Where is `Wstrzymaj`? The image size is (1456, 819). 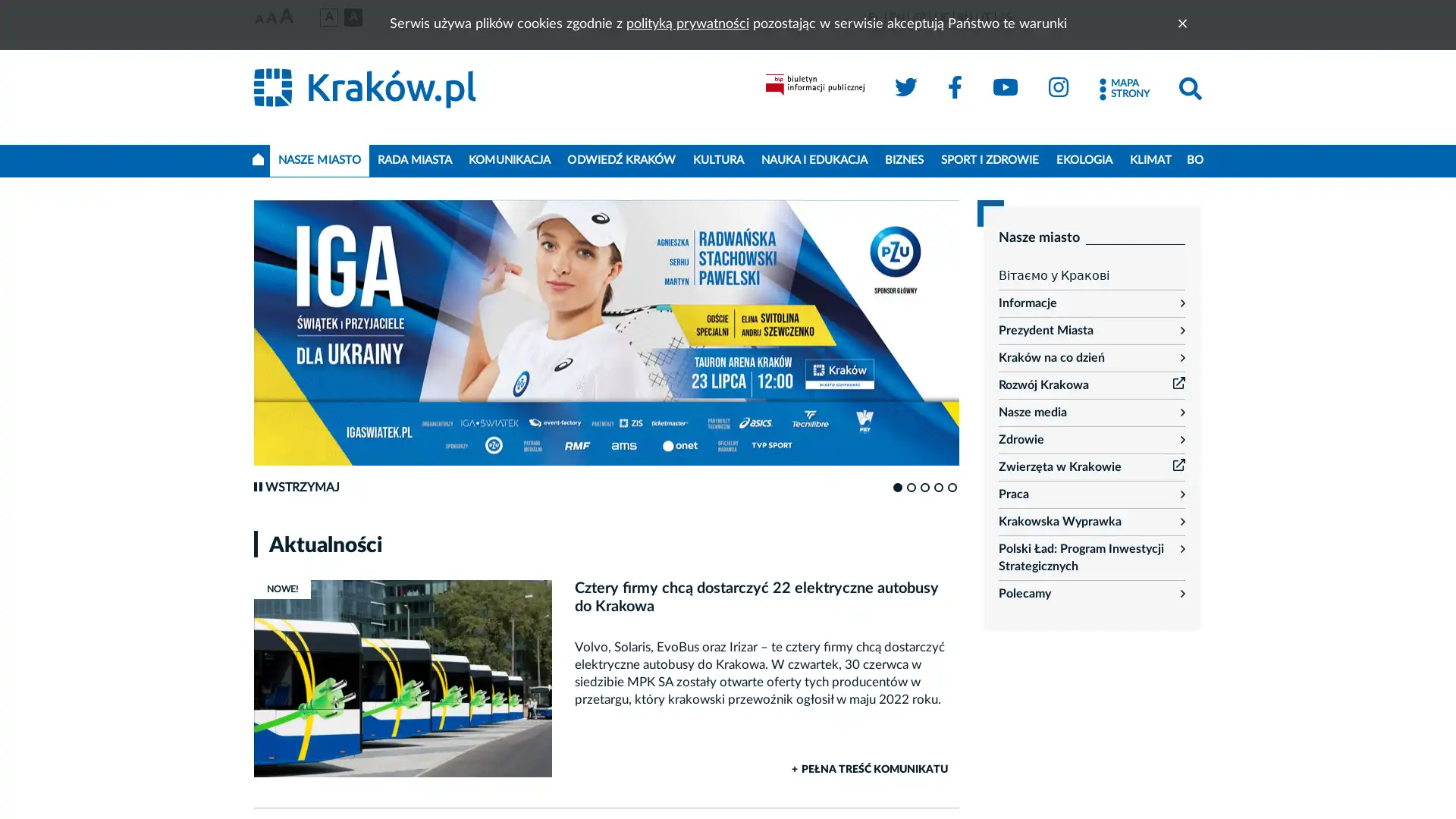 Wstrzymaj is located at coordinates (296, 488).